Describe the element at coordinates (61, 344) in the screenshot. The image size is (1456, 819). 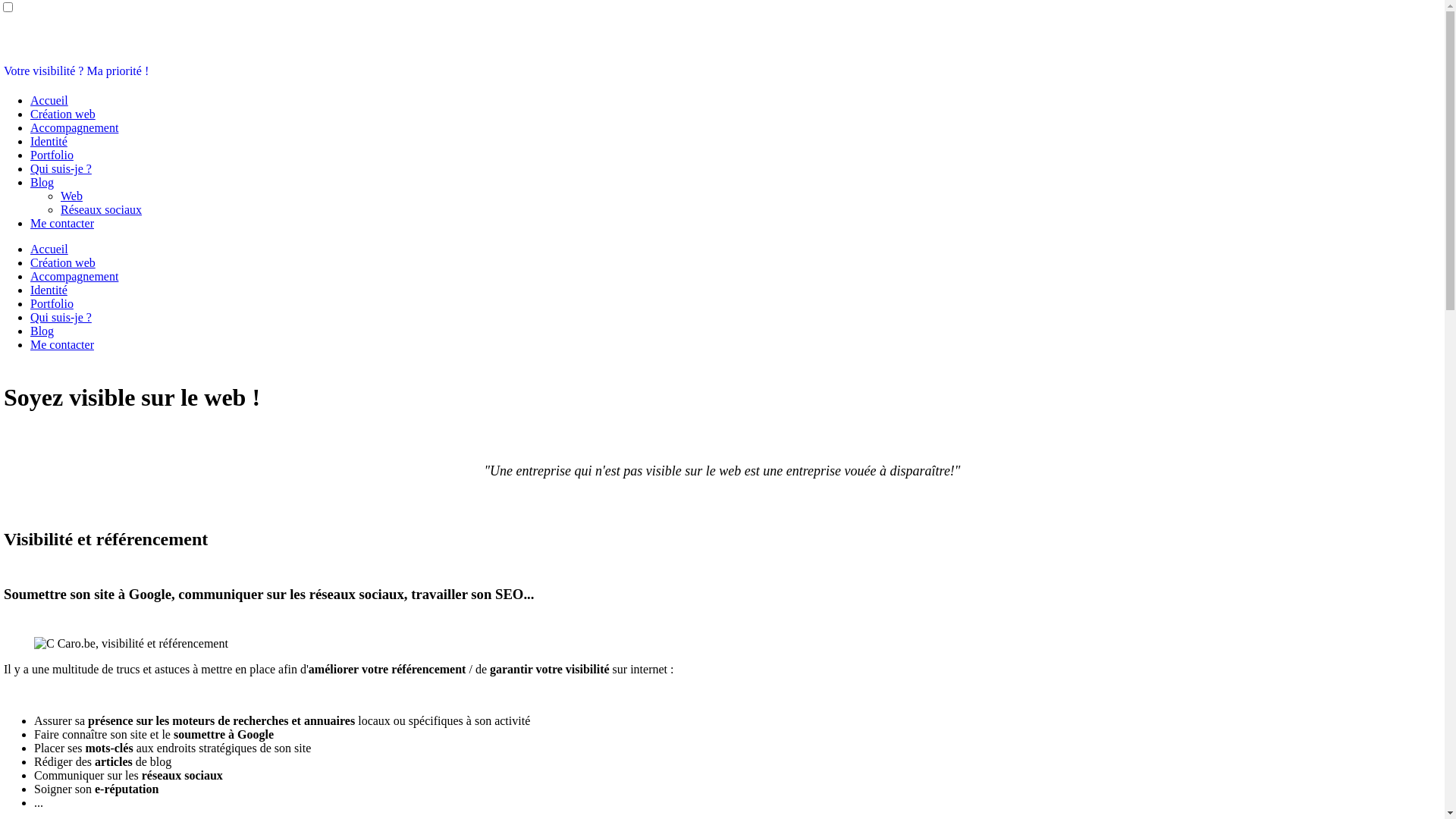
I see `'Me contacter'` at that location.